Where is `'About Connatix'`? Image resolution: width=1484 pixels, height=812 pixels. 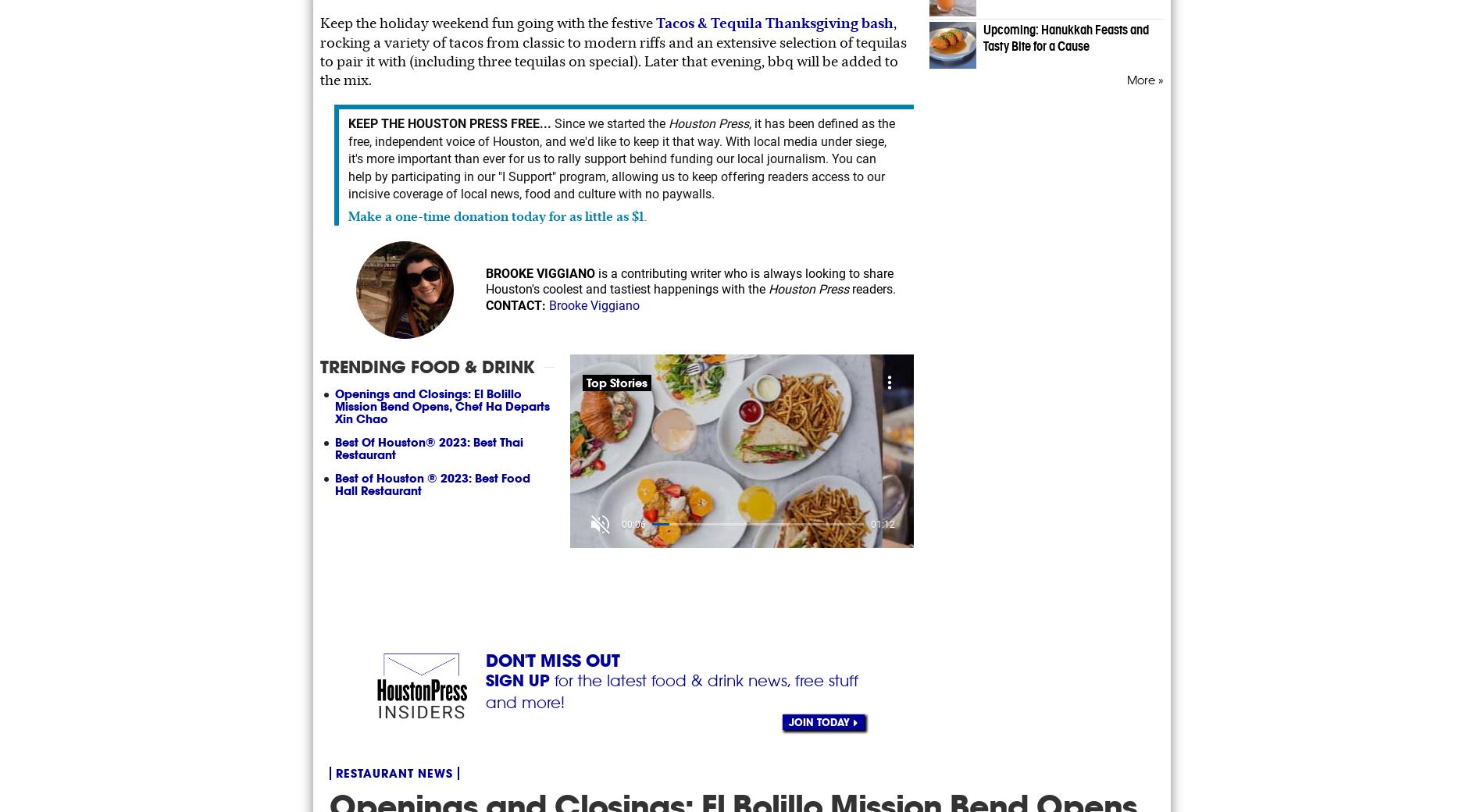
'About Connatix' is located at coordinates (694, 373).